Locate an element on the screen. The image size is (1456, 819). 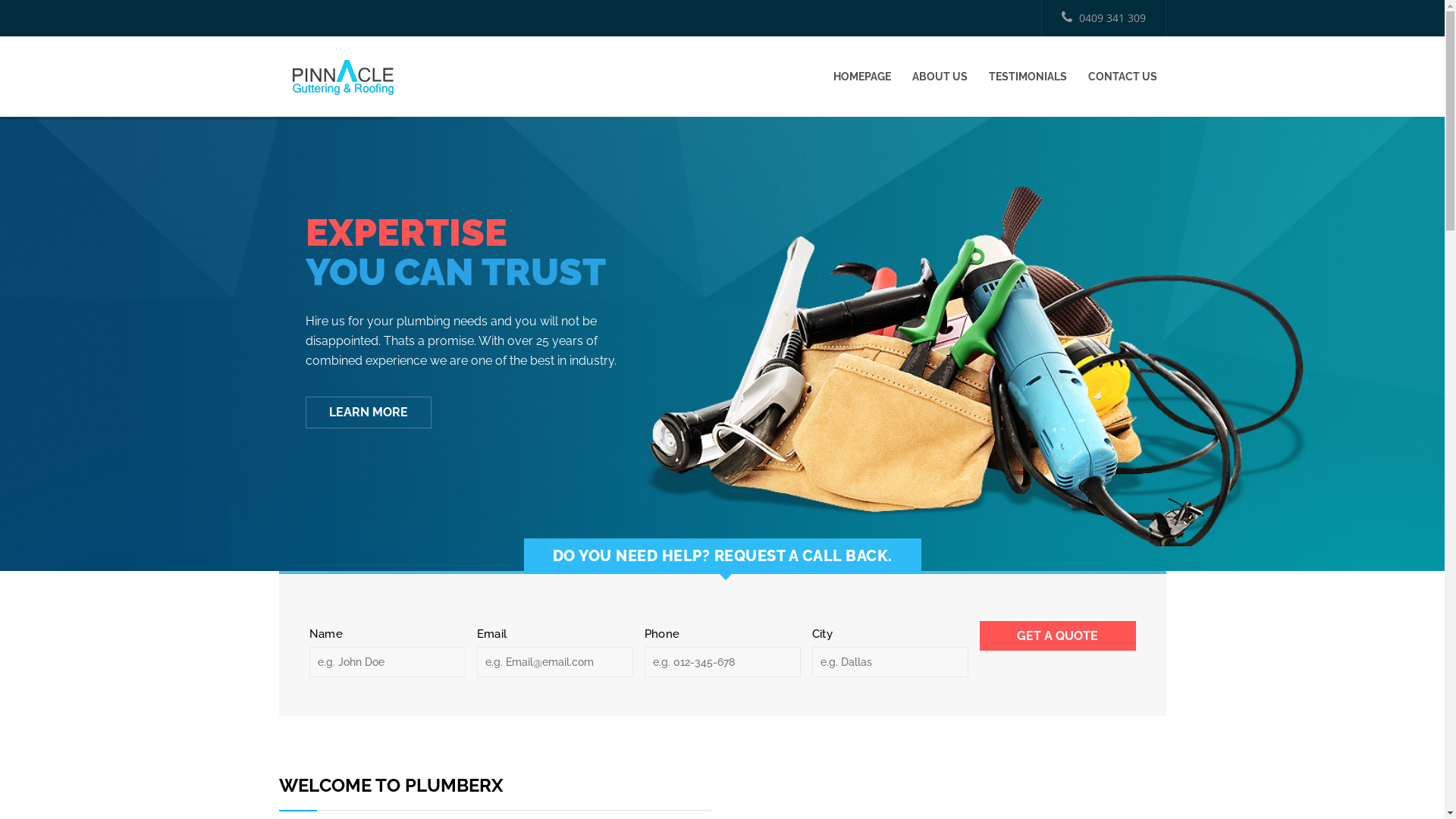
'Get A Quote' is located at coordinates (1057, 635).